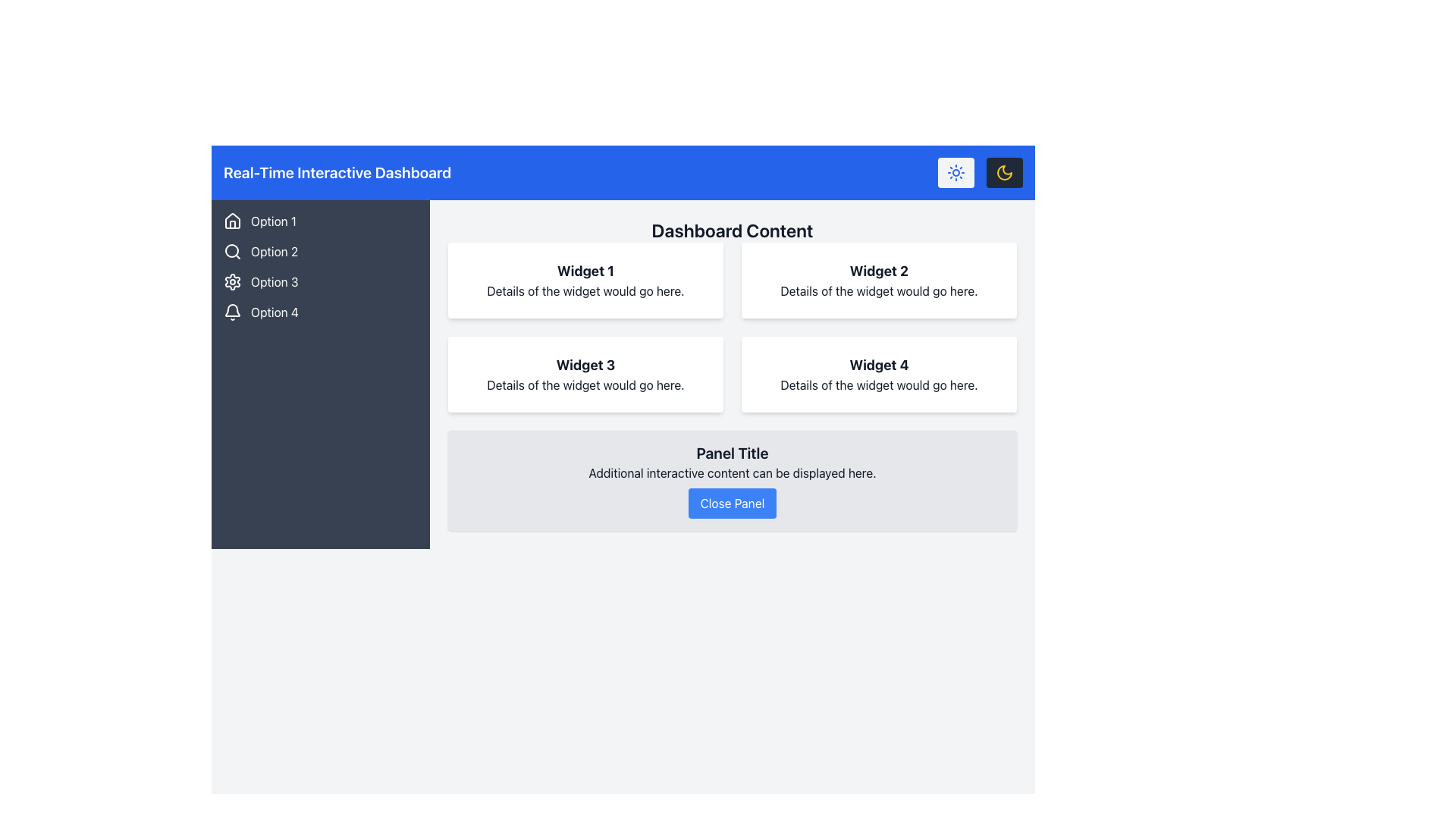  What do you see at coordinates (732, 503) in the screenshot?
I see `the 'Close Panel' button located at the bottom of the panel` at bounding box center [732, 503].